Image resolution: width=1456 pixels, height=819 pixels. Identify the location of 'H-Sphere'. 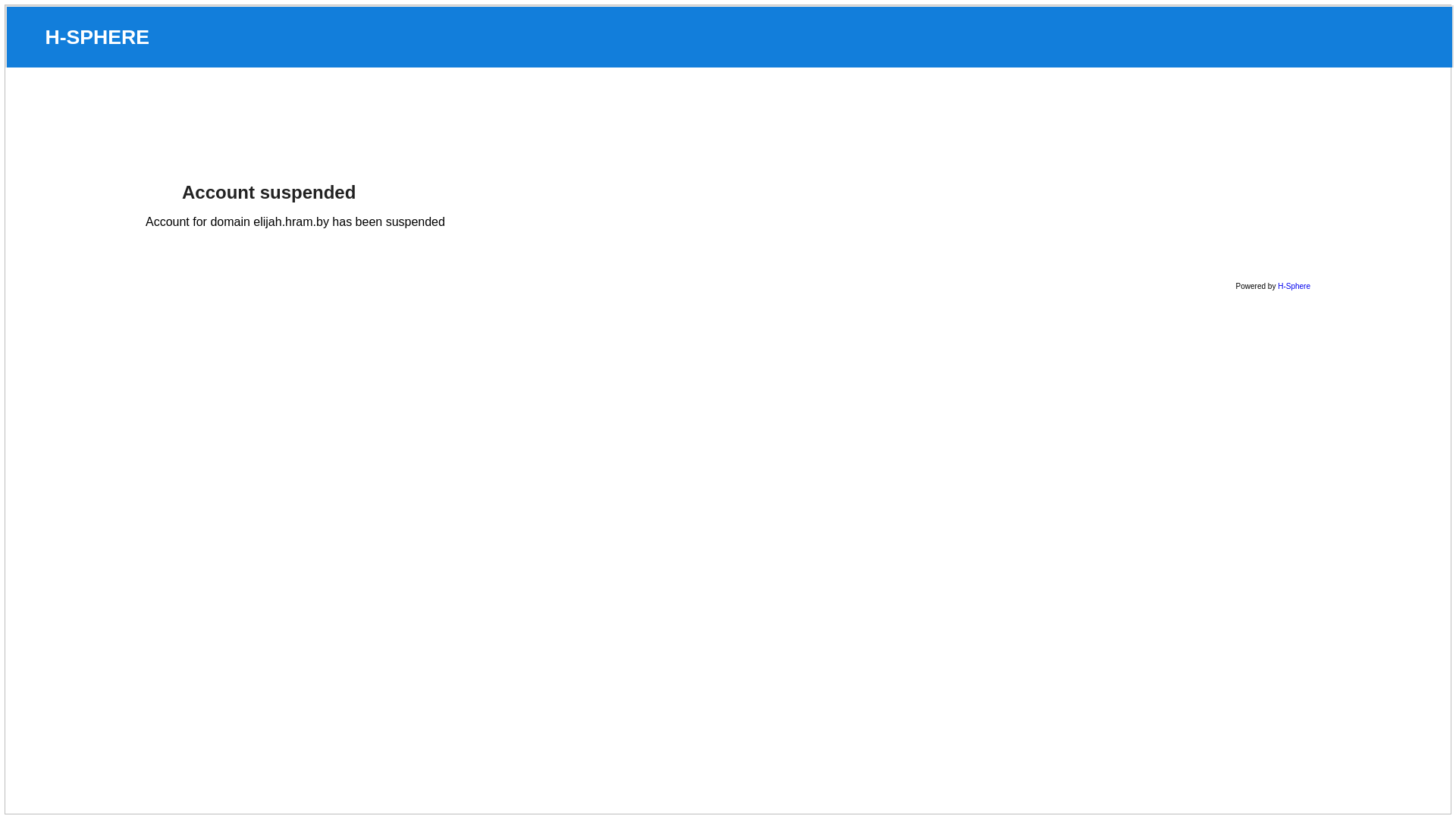
(1276, 286).